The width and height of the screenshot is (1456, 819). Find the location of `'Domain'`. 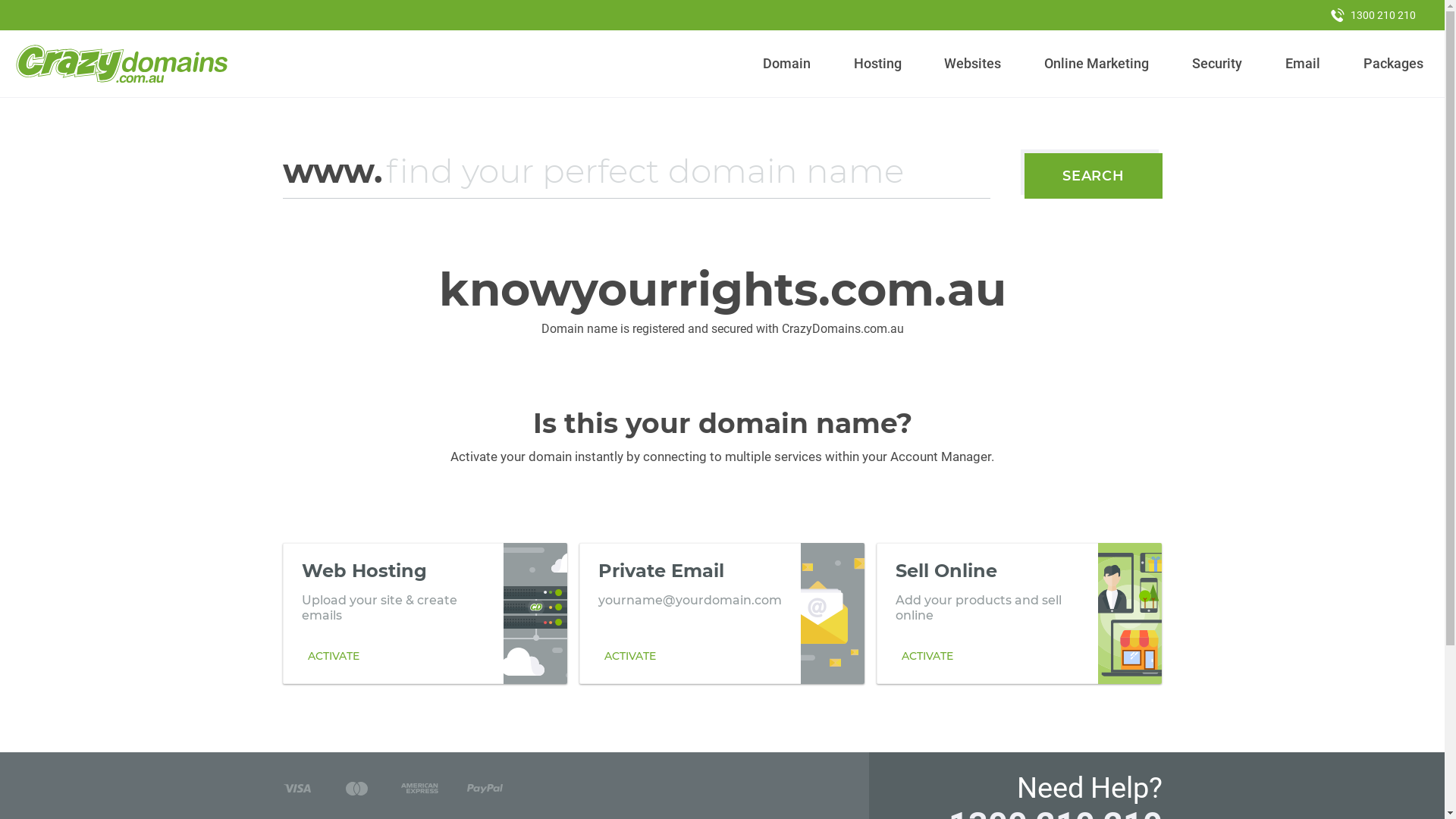

'Domain' is located at coordinates (786, 63).